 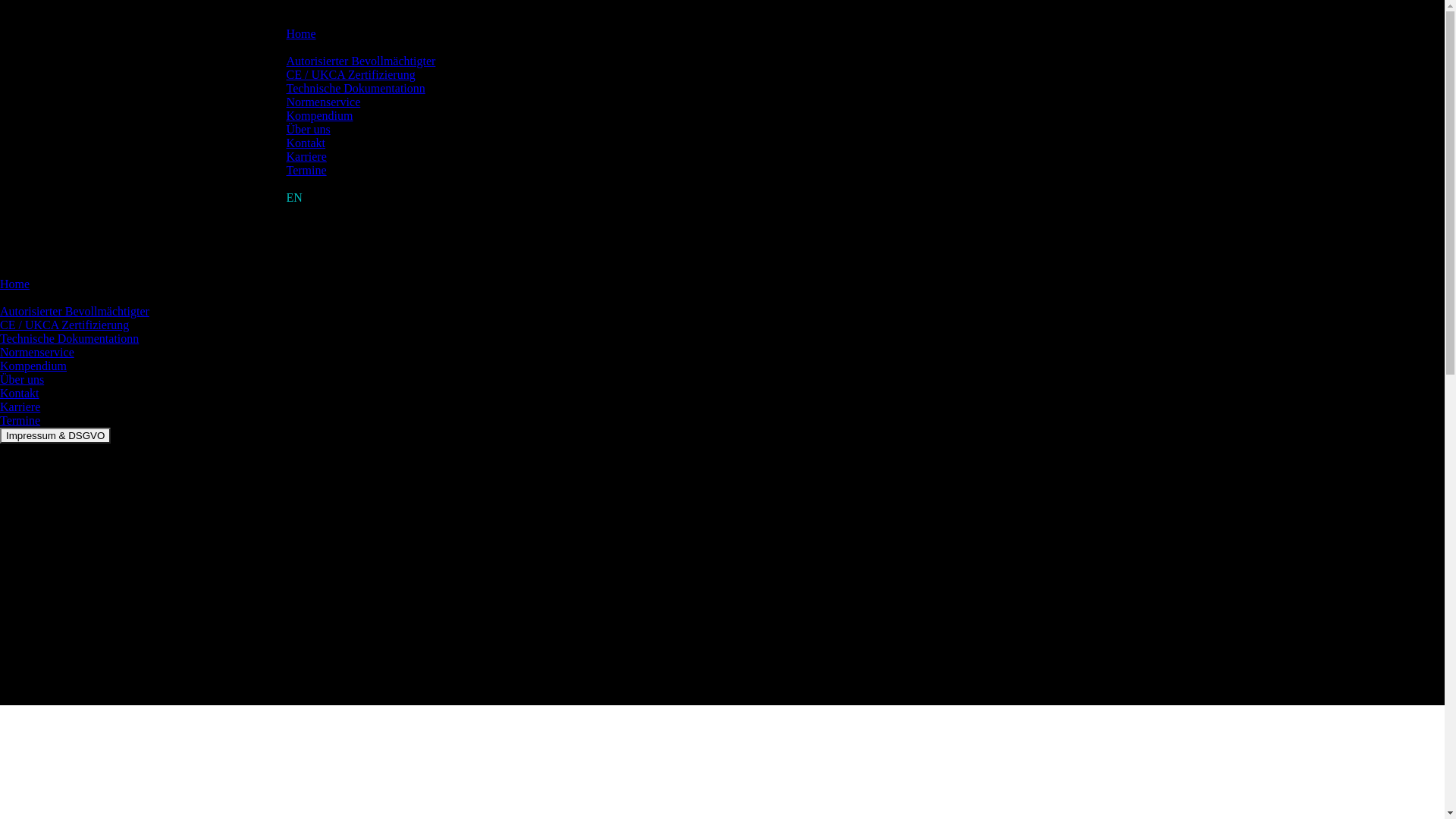 I want to click on 'Normenservice', so click(x=36, y=352).